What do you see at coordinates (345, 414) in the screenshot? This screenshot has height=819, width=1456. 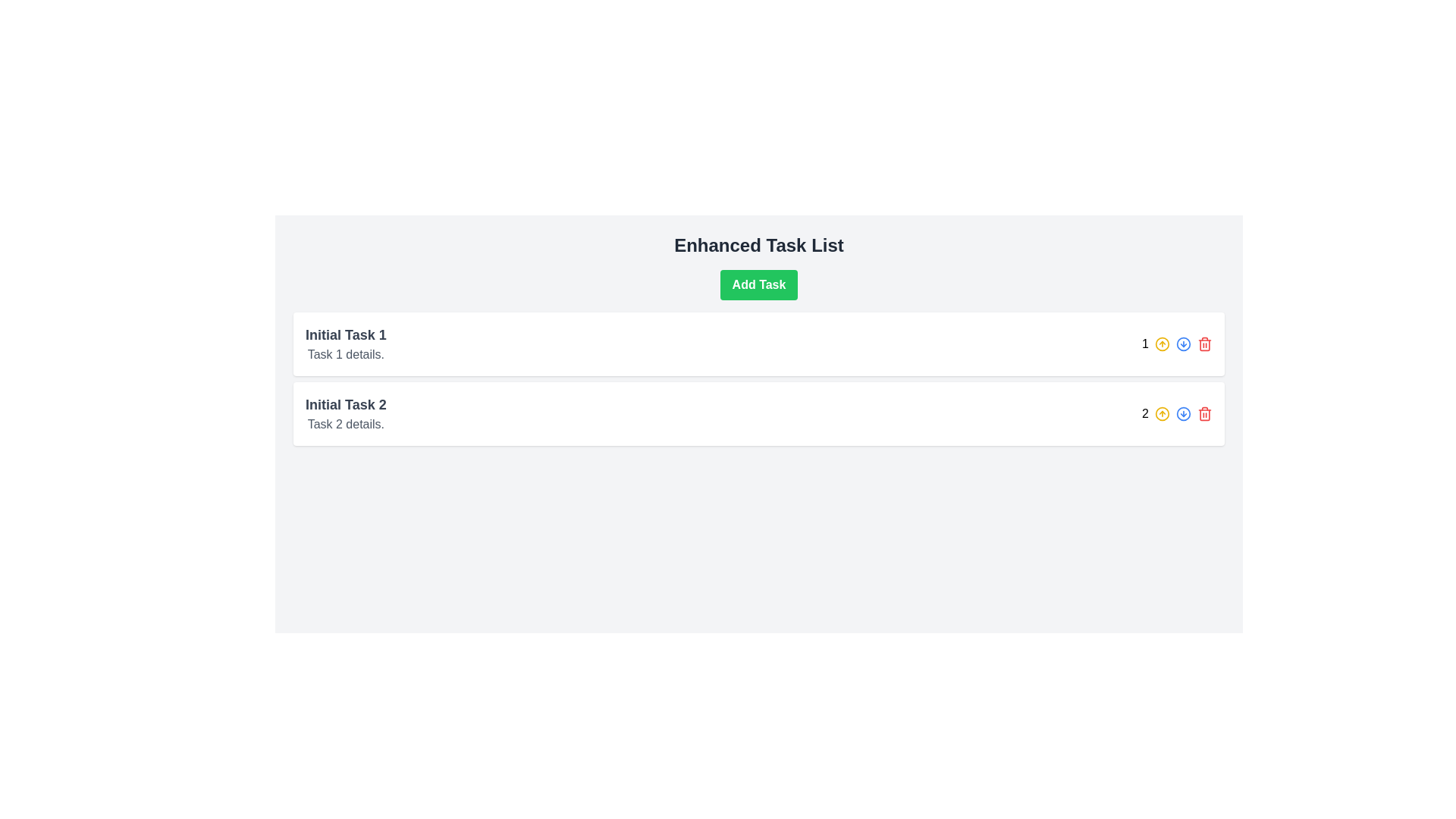 I see `the text block displaying 'Initial Task 2' and 'Task 2 details.' which is located in the second task block of the task list` at bounding box center [345, 414].